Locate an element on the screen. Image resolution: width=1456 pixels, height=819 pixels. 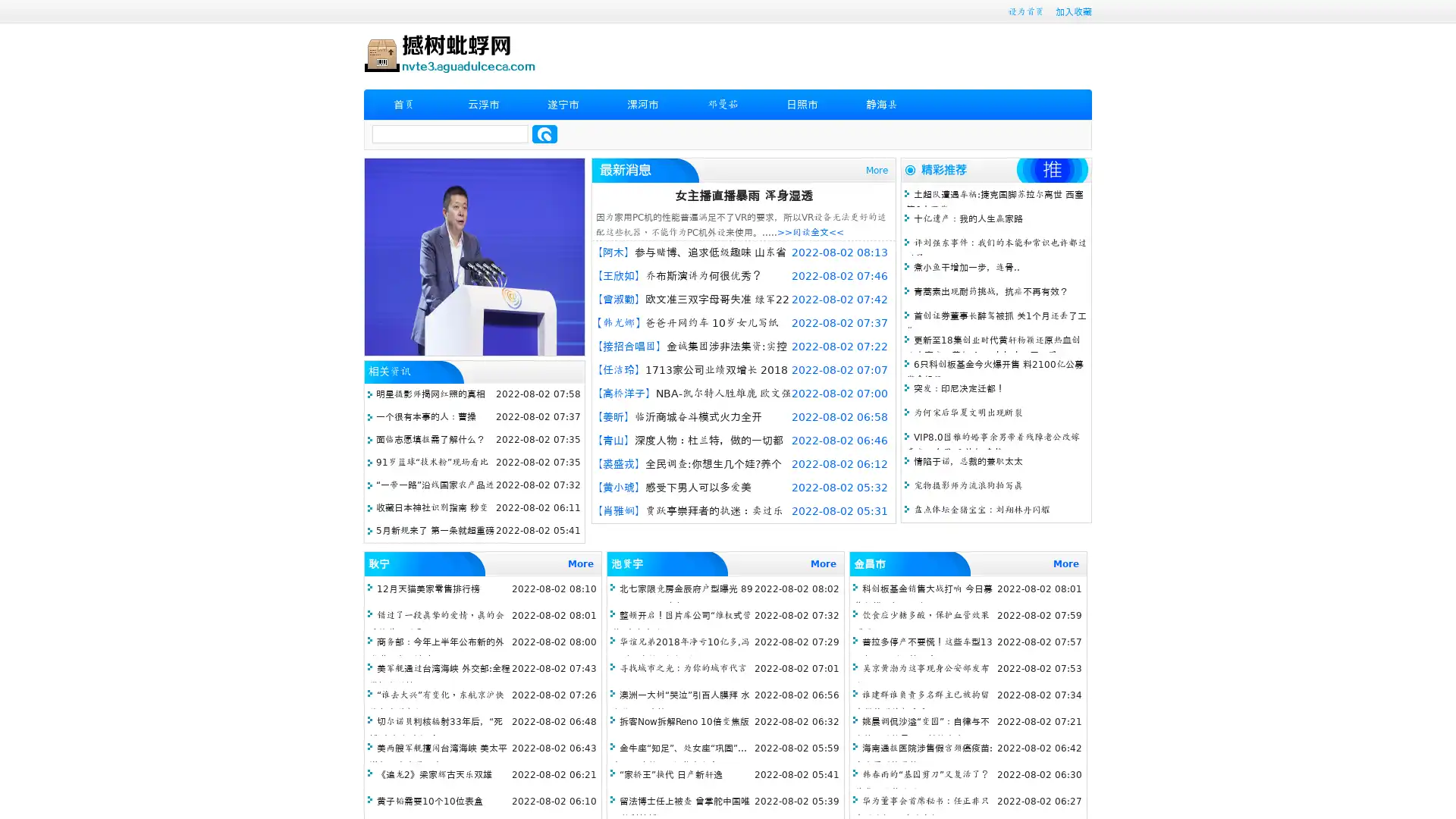
Search is located at coordinates (544, 133).